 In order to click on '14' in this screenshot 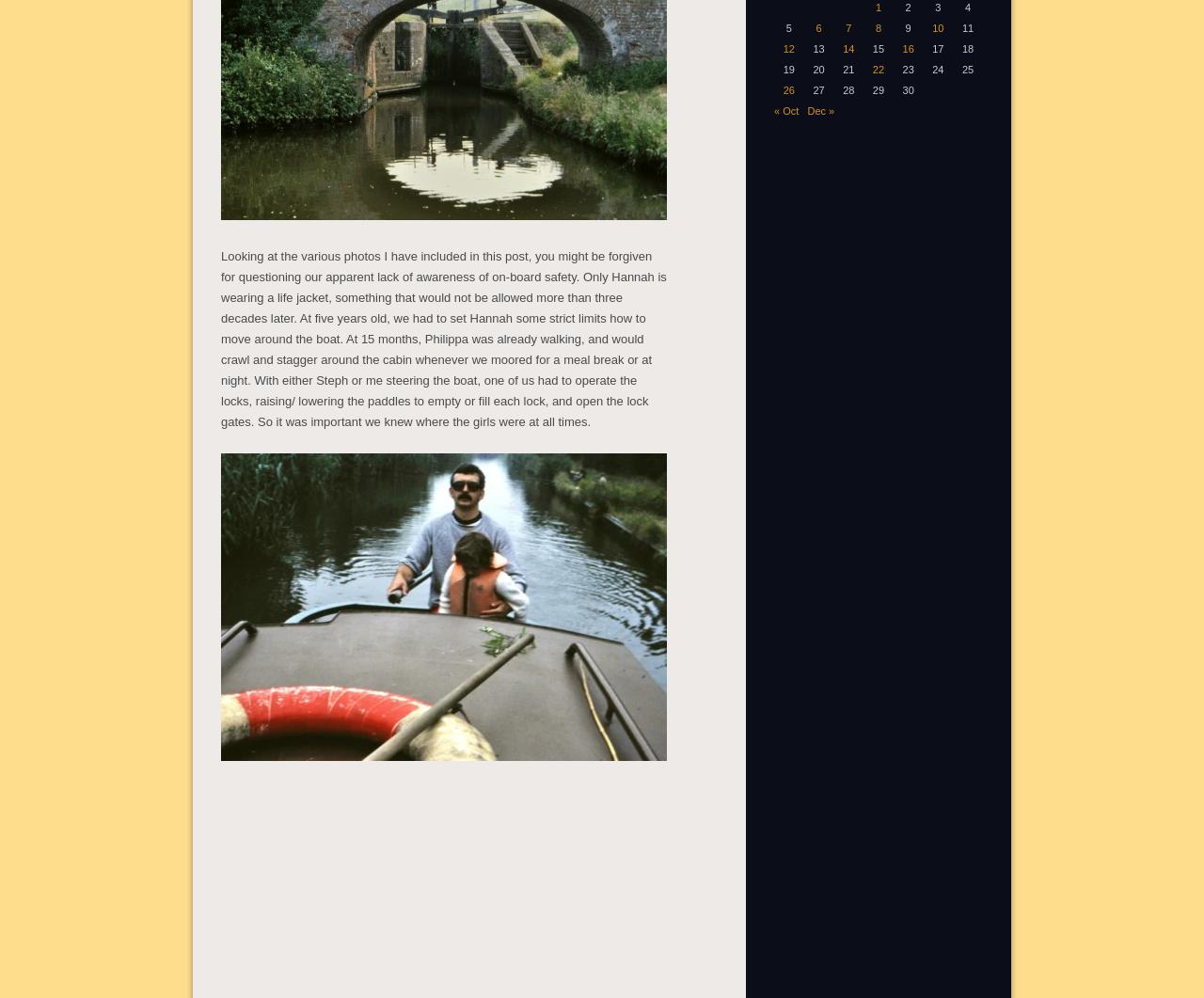, I will do `click(848, 48)`.